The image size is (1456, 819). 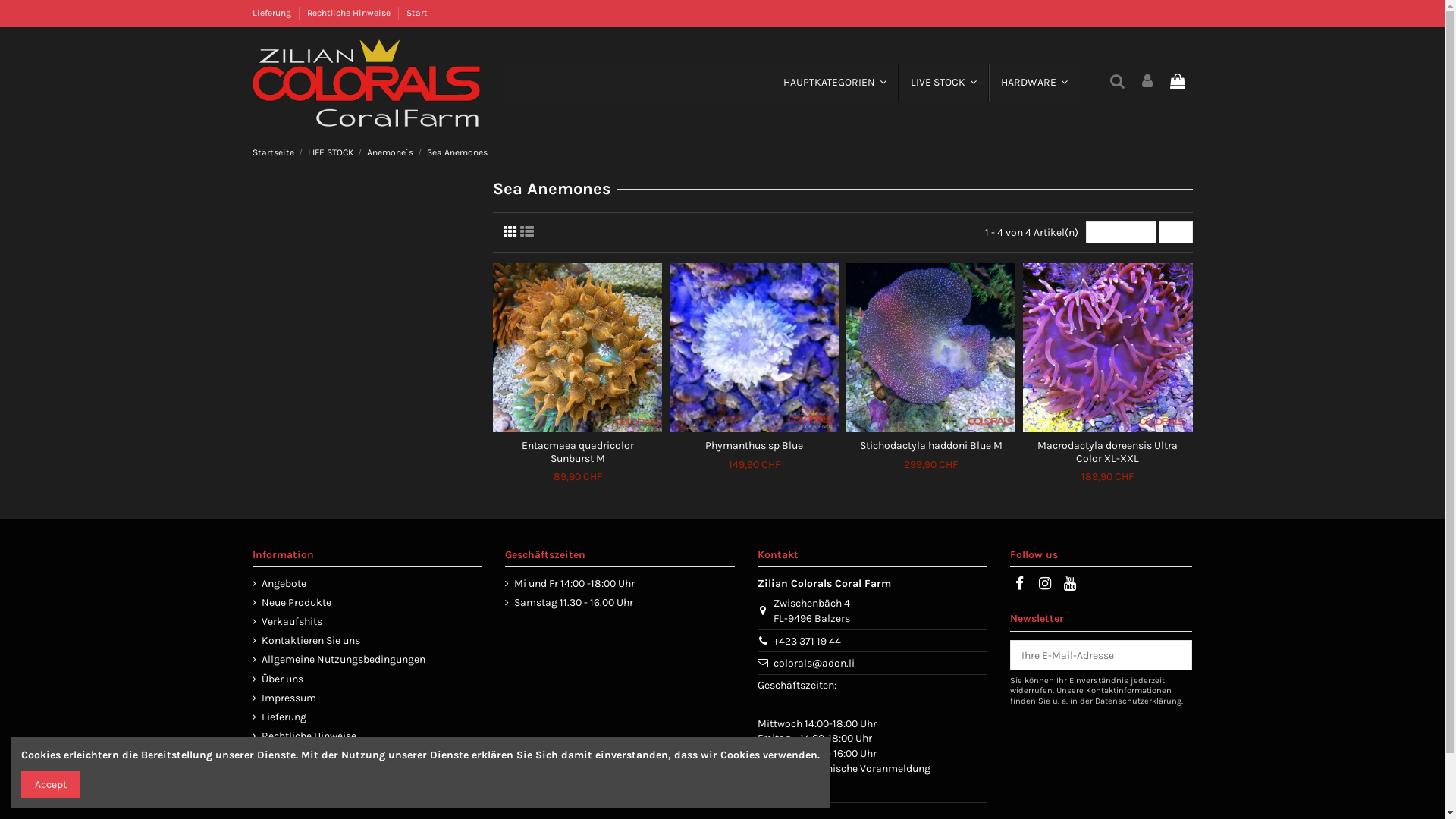 What do you see at coordinates (806, 641) in the screenshot?
I see `'+423 371 19 44'` at bounding box center [806, 641].